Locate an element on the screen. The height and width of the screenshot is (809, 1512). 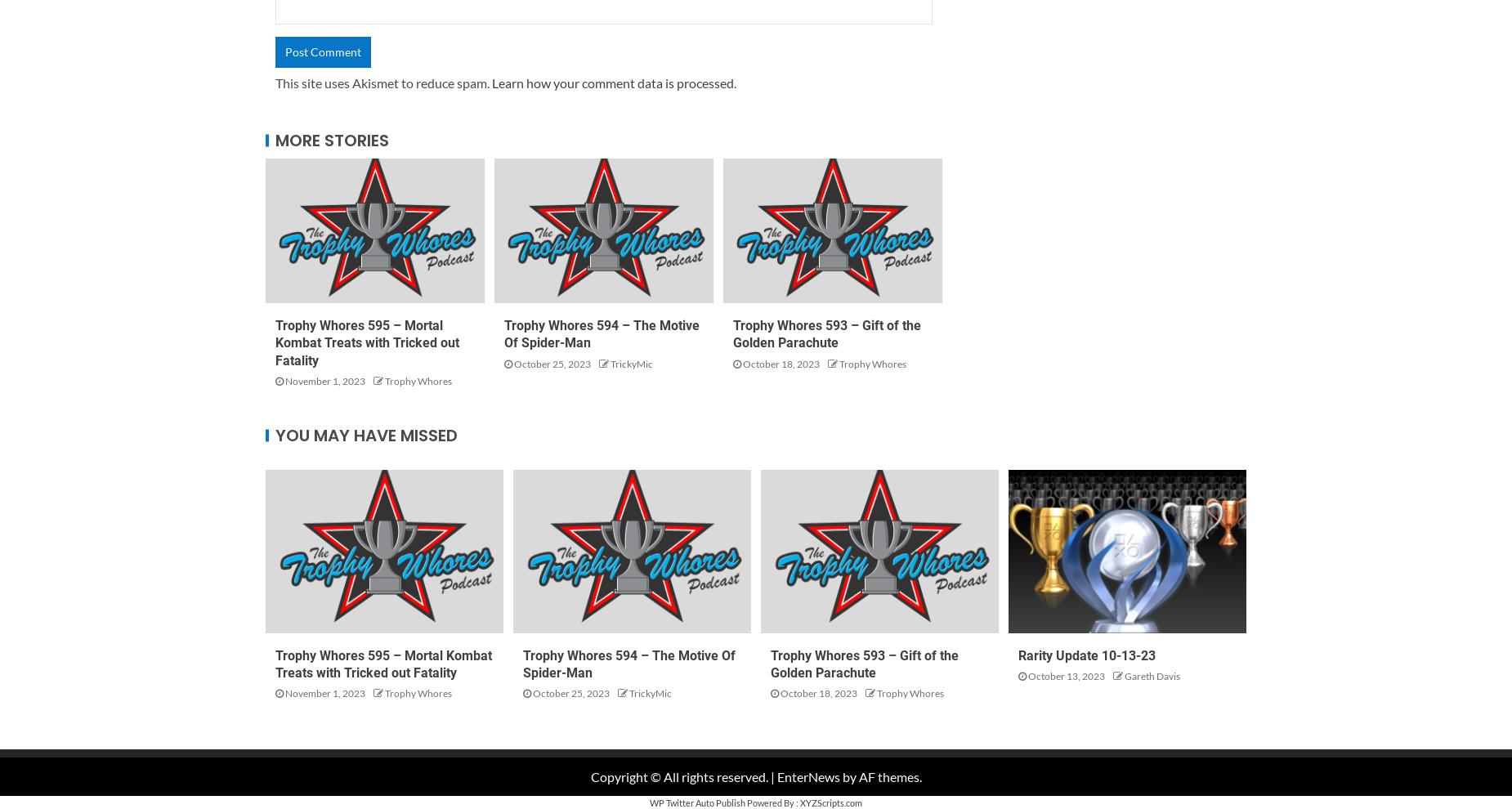
'XYZScripts.com' is located at coordinates (830, 802).